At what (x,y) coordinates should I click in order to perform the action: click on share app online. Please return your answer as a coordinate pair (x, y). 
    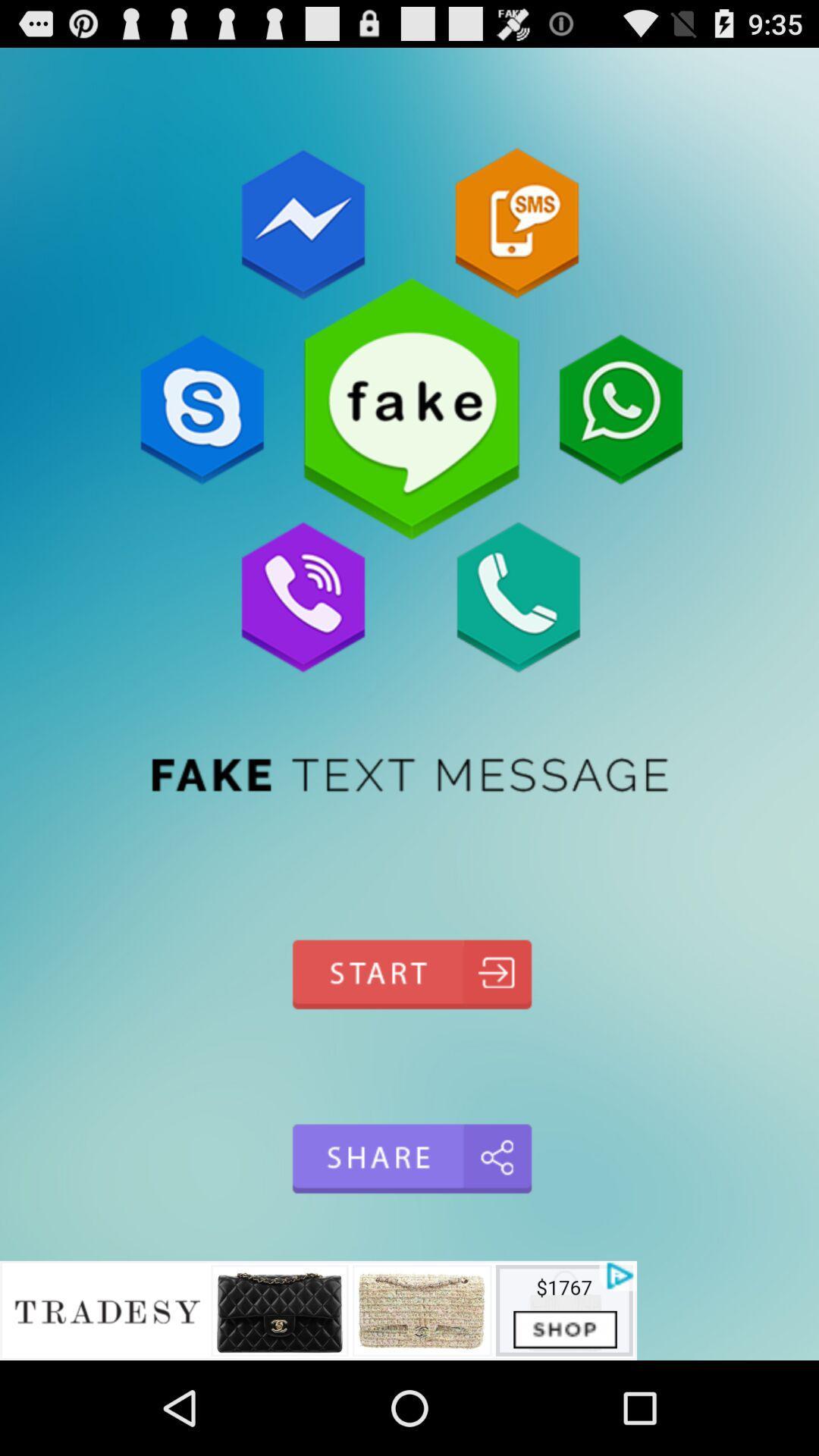
    Looking at the image, I should click on (409, 1158).